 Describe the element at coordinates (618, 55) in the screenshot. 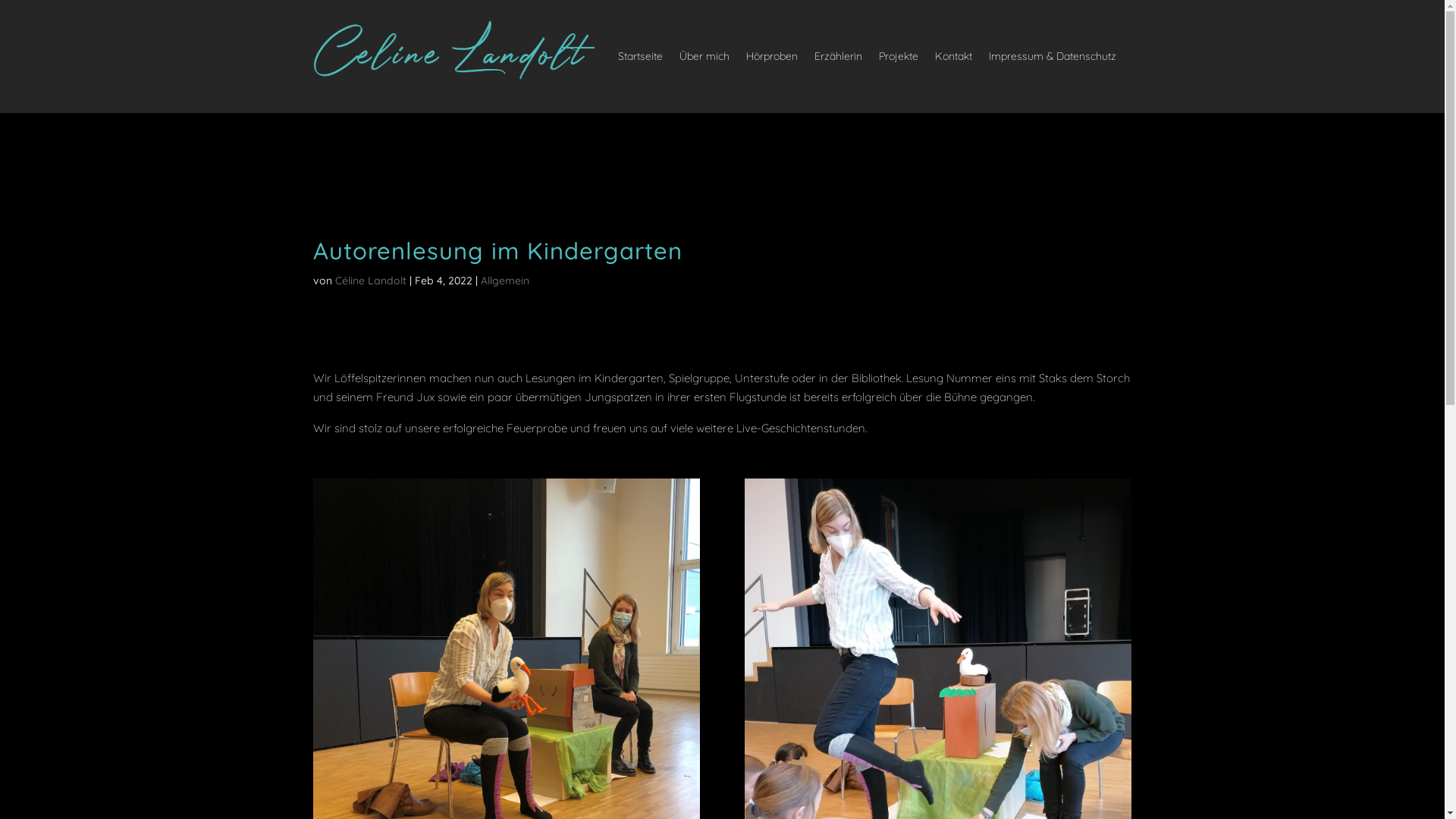

I see `'Startseite'` at that location.